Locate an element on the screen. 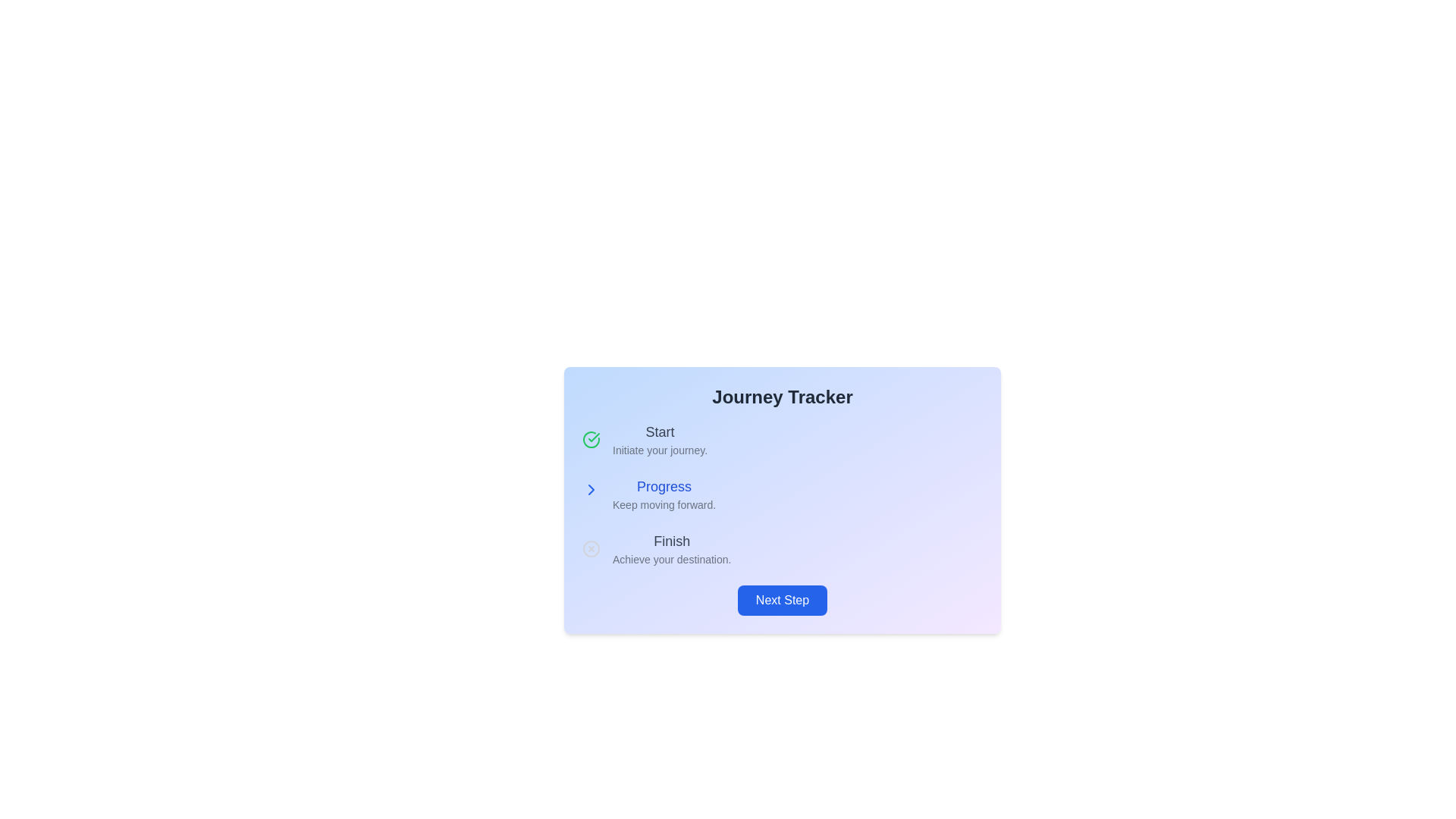 Image resolution: width=1456 pixels, height=819 pixels. the Step indicator element that displays 'Progress' in a large blue font and 'Keep moving forward.' in smaller gray text, positioned beneath the 'Journey Tracker' header is located at coordinates (664, 494).